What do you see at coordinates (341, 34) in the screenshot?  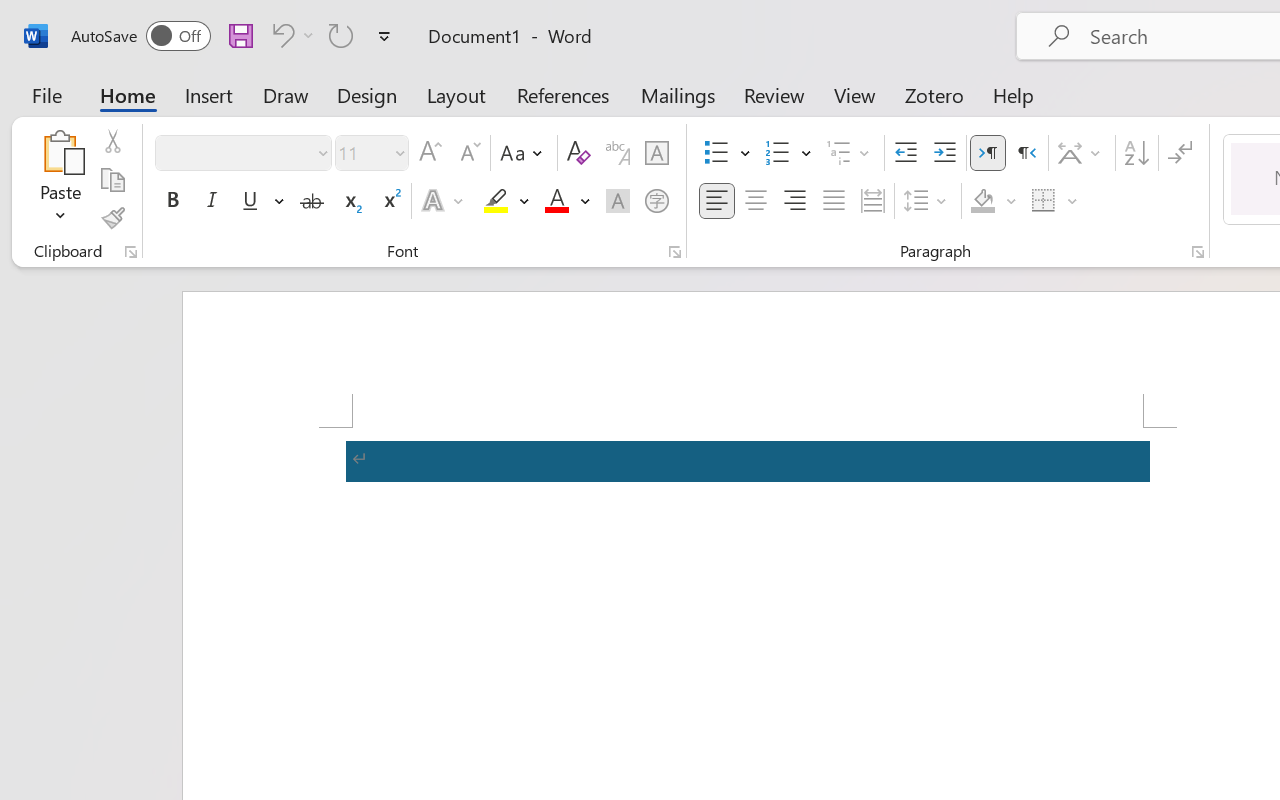 I see `'Repeat Accessibility Checker'` at bounding box center [341, 34].